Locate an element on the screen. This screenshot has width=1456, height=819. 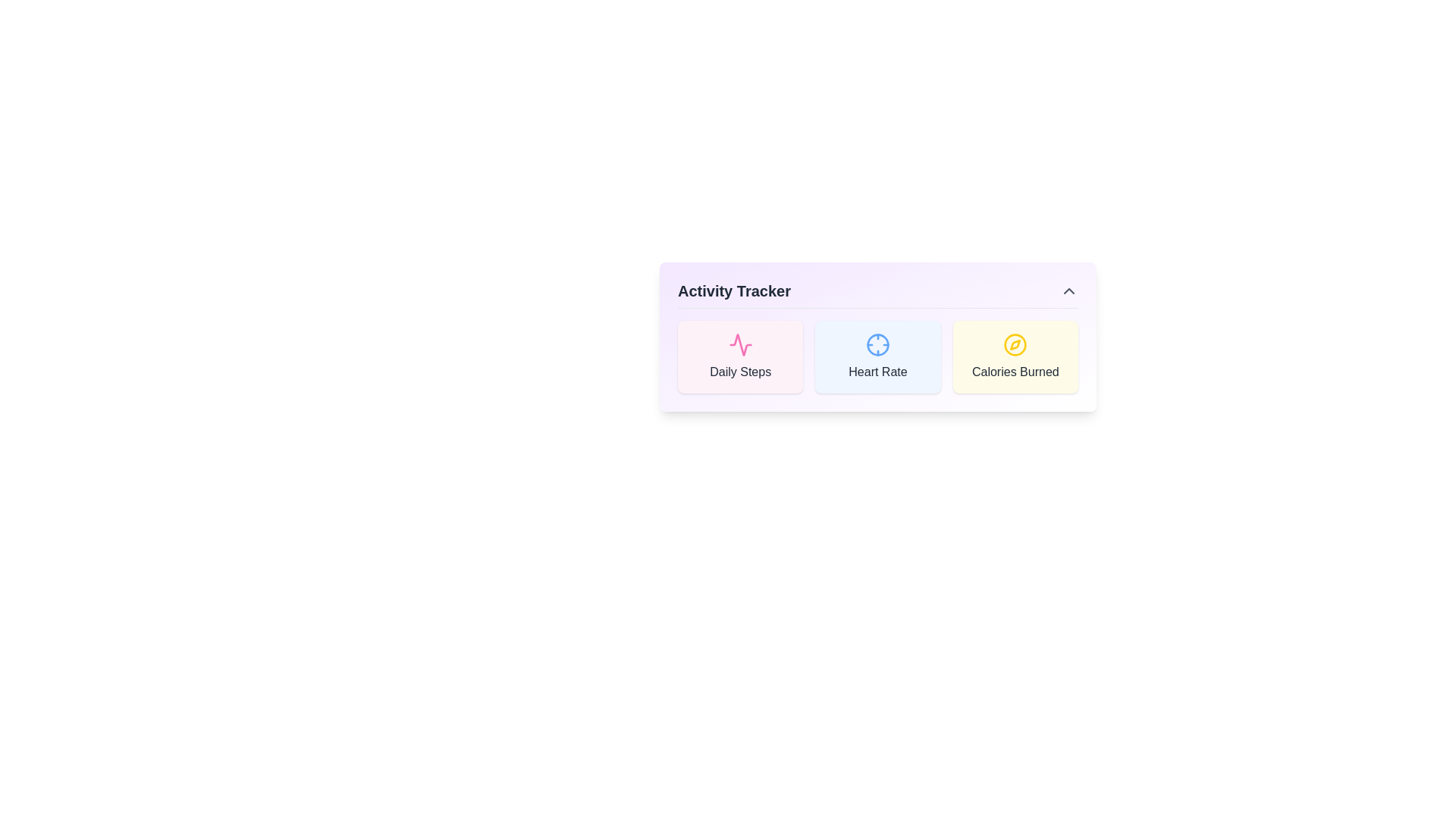
the decorative compass icon representing the 'Calories Burned' feature, located in the rightmost section of the activity tracker is located at coordinates (1015, 345).